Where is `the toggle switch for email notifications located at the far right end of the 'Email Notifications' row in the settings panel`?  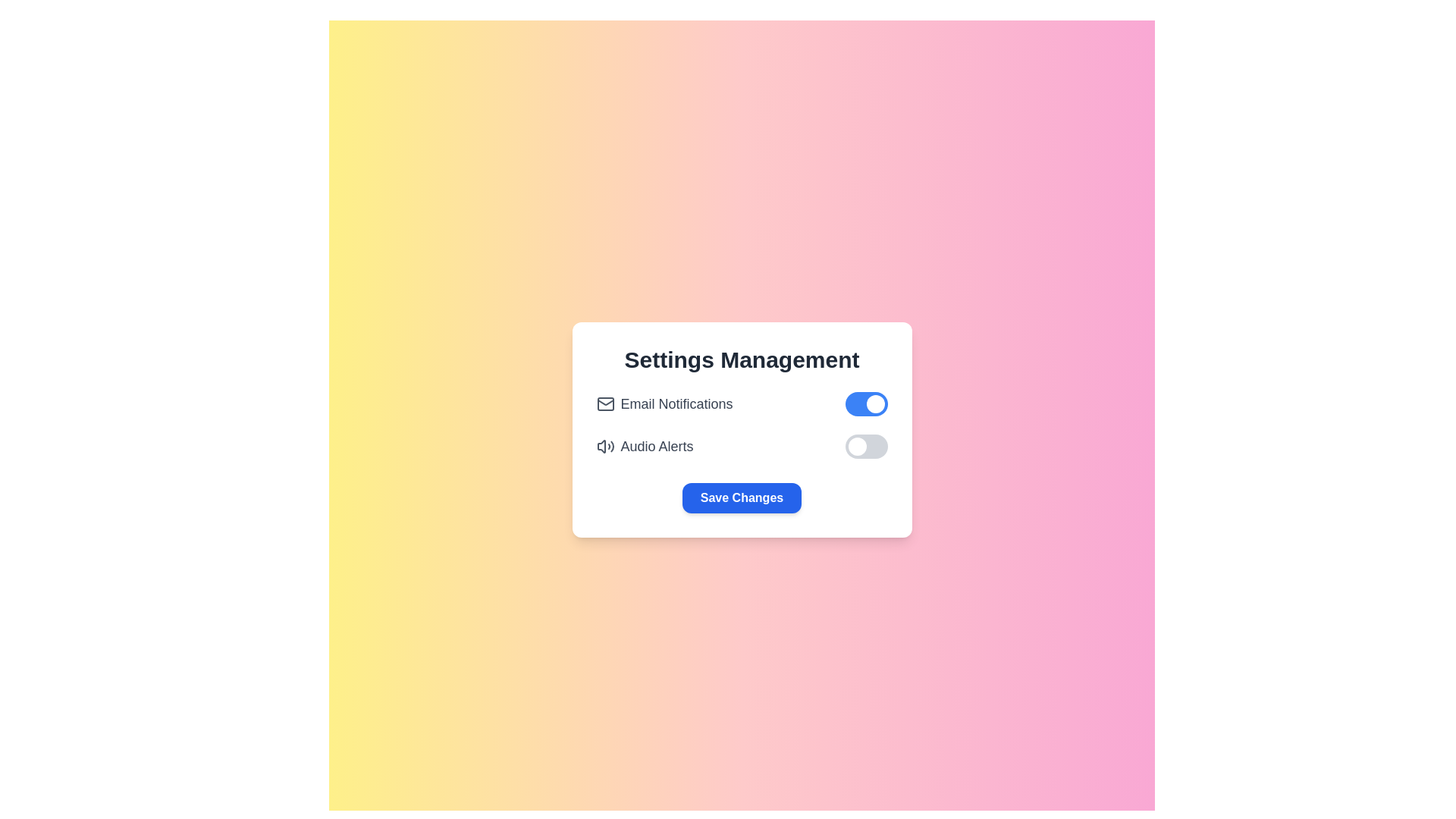
the toggle switch for email notifications located at the far right end of the 'Email Notifications' row in the settings panel is located at coordinates (866, 403).